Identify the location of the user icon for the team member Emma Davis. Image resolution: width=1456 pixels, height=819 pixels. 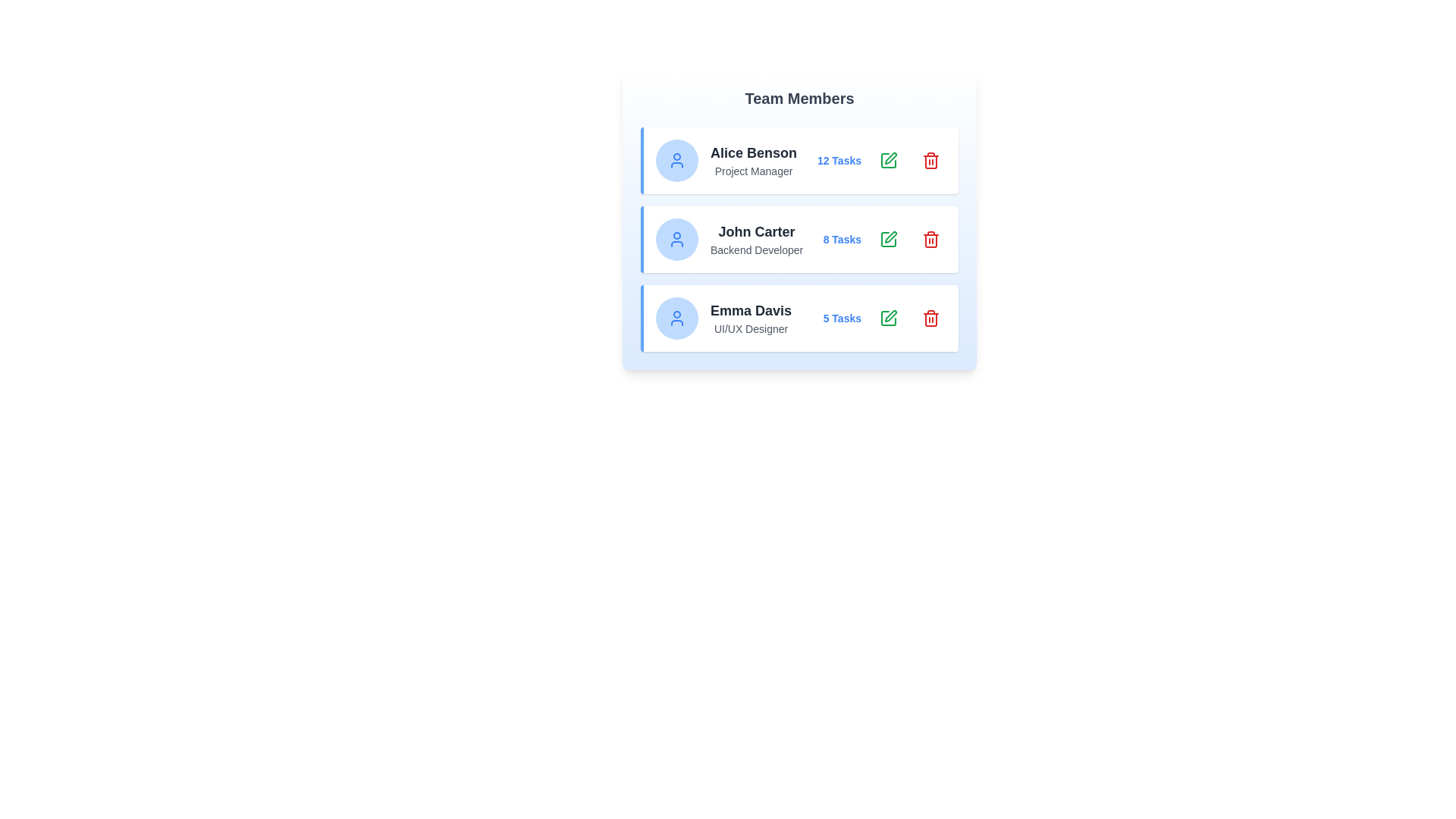
(676, 318).